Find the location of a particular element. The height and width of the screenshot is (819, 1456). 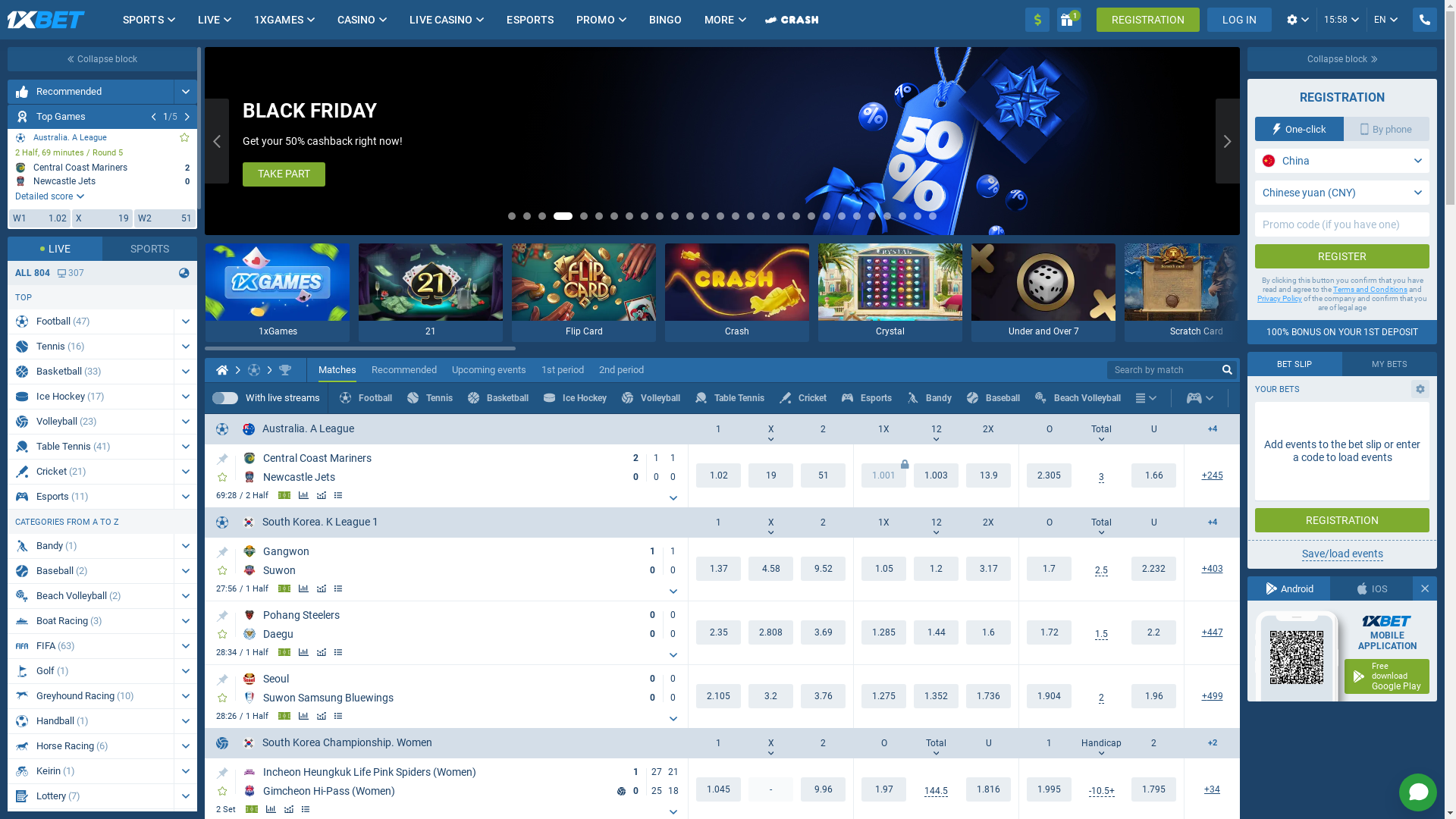

'403' is located at coordinates (1211, 569).